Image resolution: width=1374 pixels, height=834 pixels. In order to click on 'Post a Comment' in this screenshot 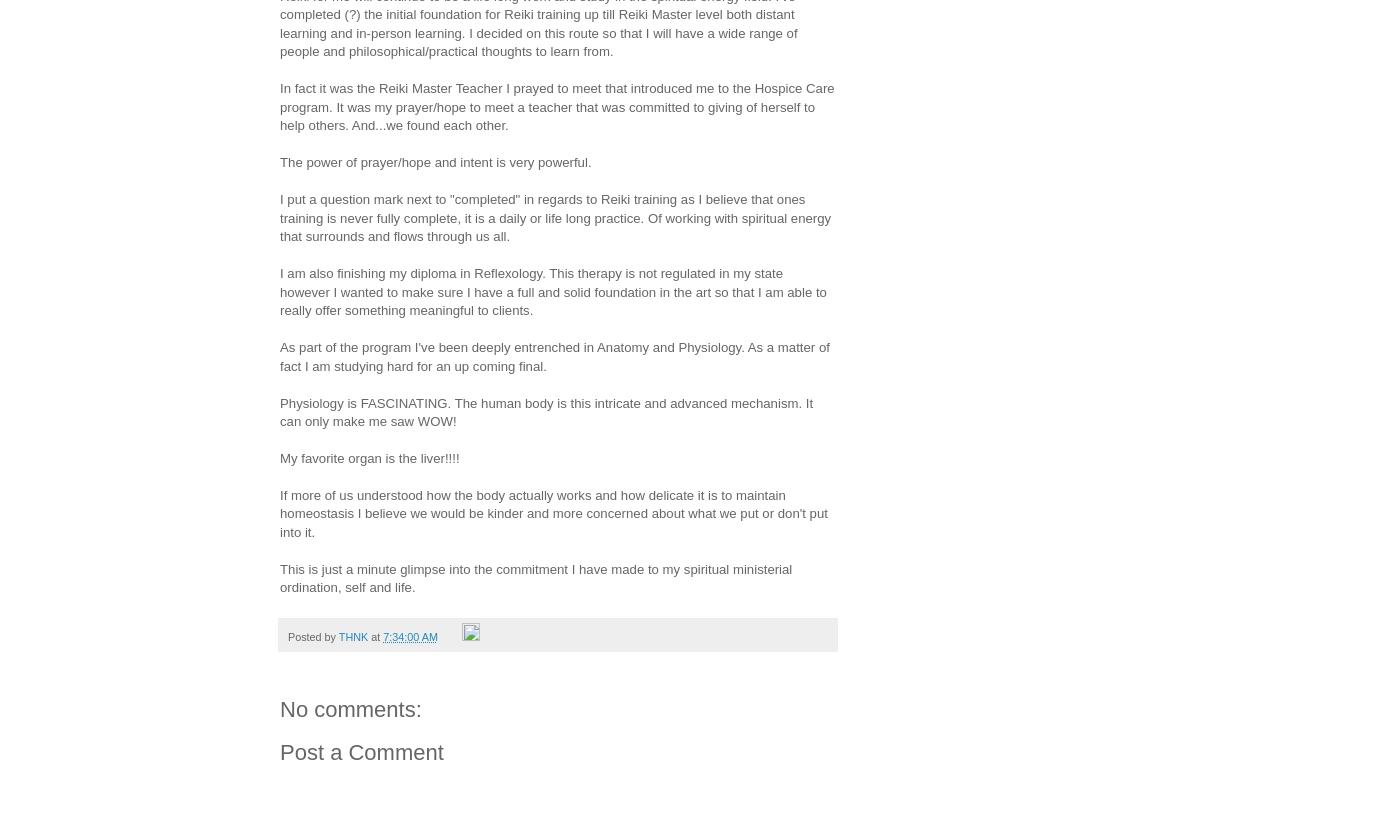, I will do `click(361, 751)`.